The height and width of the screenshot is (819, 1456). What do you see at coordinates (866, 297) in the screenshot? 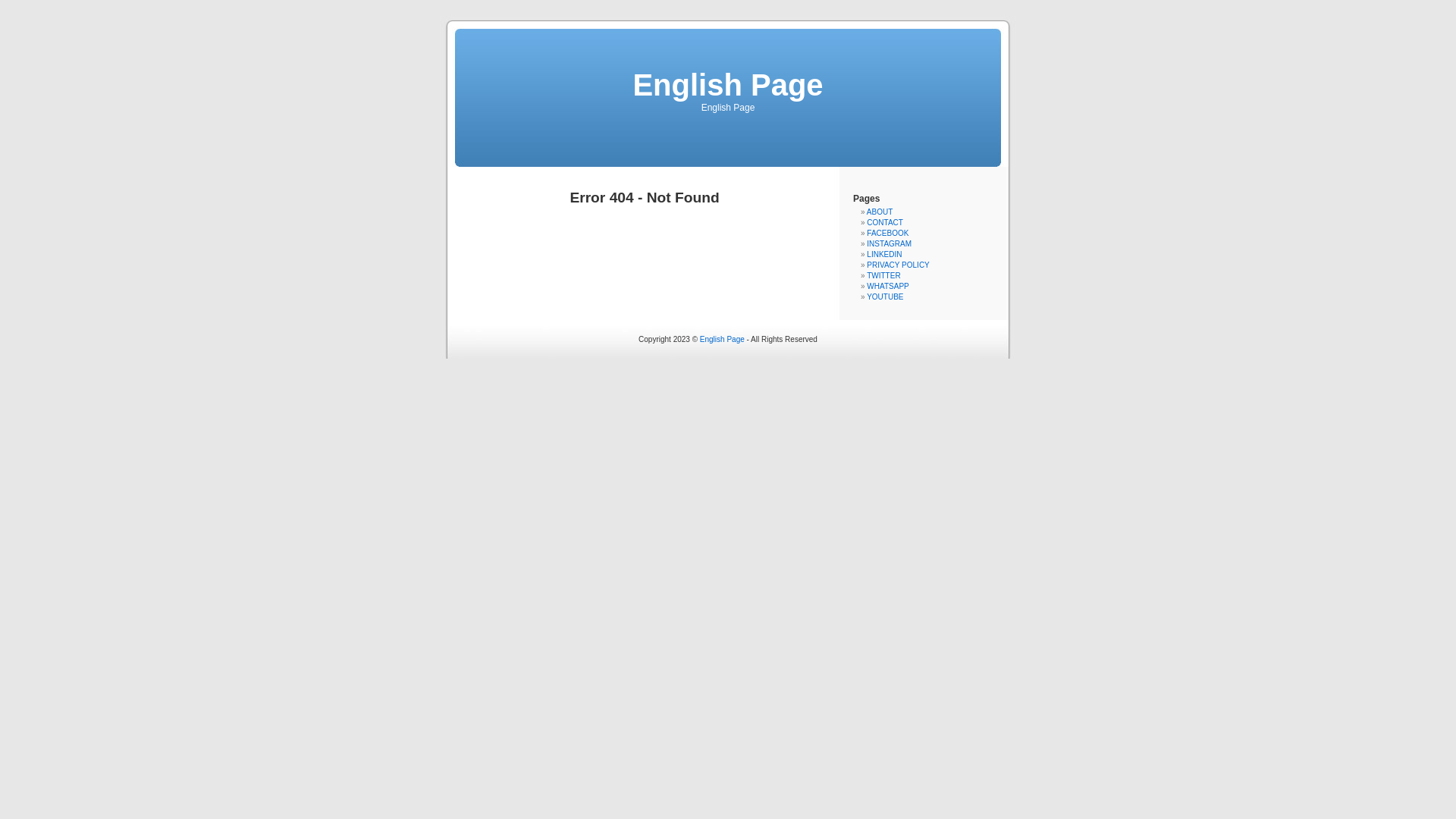
I see `'YOUTUBE'` at bounding box center [866, 297].